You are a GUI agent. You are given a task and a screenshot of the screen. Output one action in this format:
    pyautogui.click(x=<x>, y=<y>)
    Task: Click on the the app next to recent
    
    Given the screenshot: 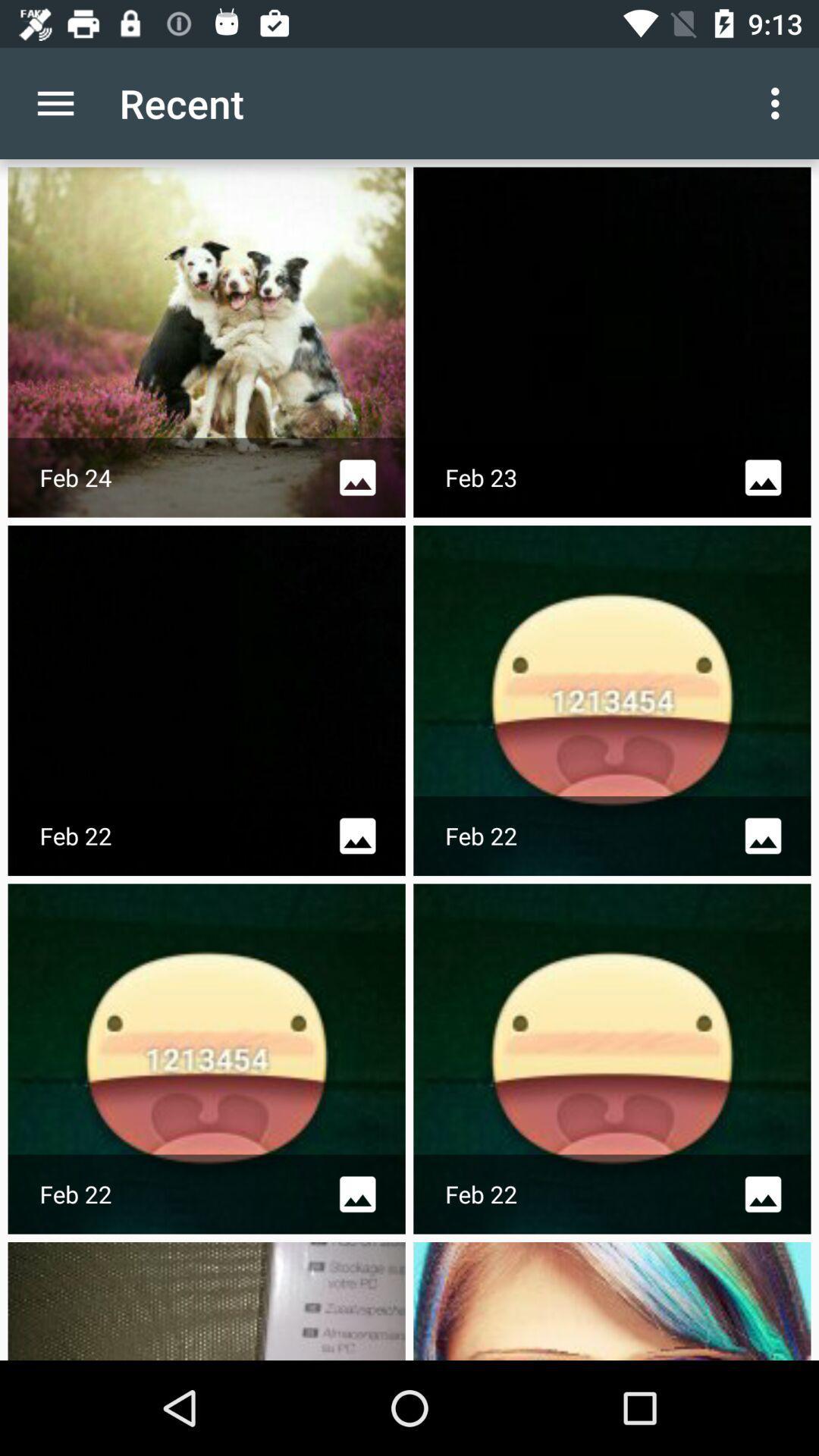 What is the action you would take?
    pyautogui.click(x=55, y=102)
    